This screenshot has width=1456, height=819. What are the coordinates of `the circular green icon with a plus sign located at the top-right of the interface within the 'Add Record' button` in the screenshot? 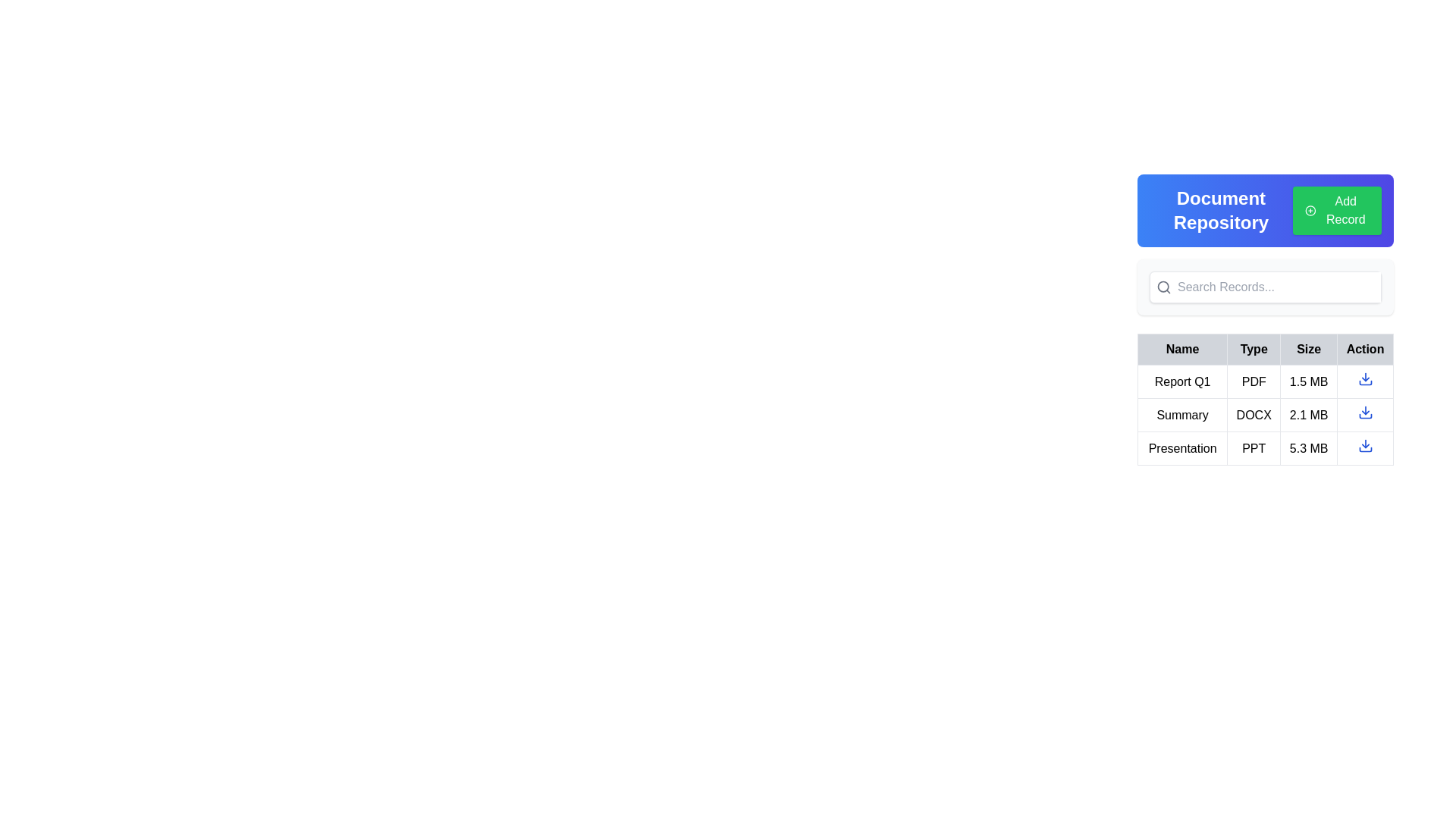 It's located at (1310, 210).